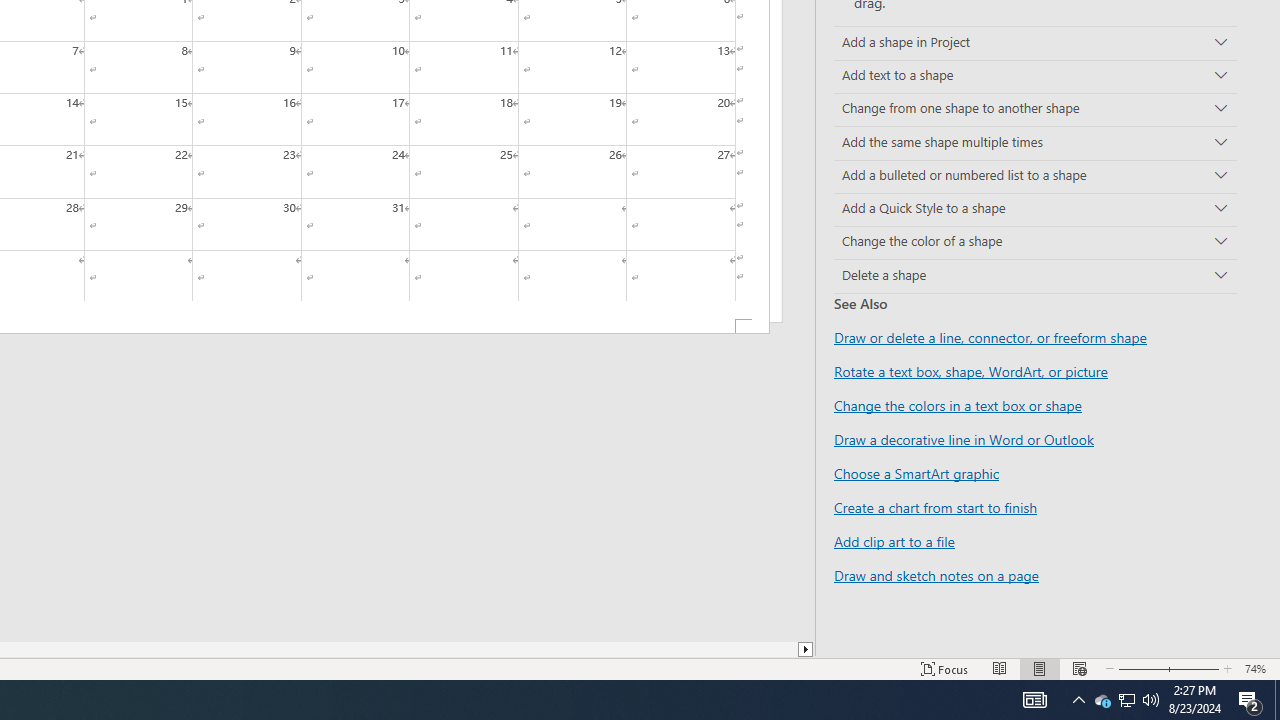 The image size is (1280, 720). Describe the element at coordinates (1035, 43) in the screenshot. I see `'Add a shape in Project'` at that location.